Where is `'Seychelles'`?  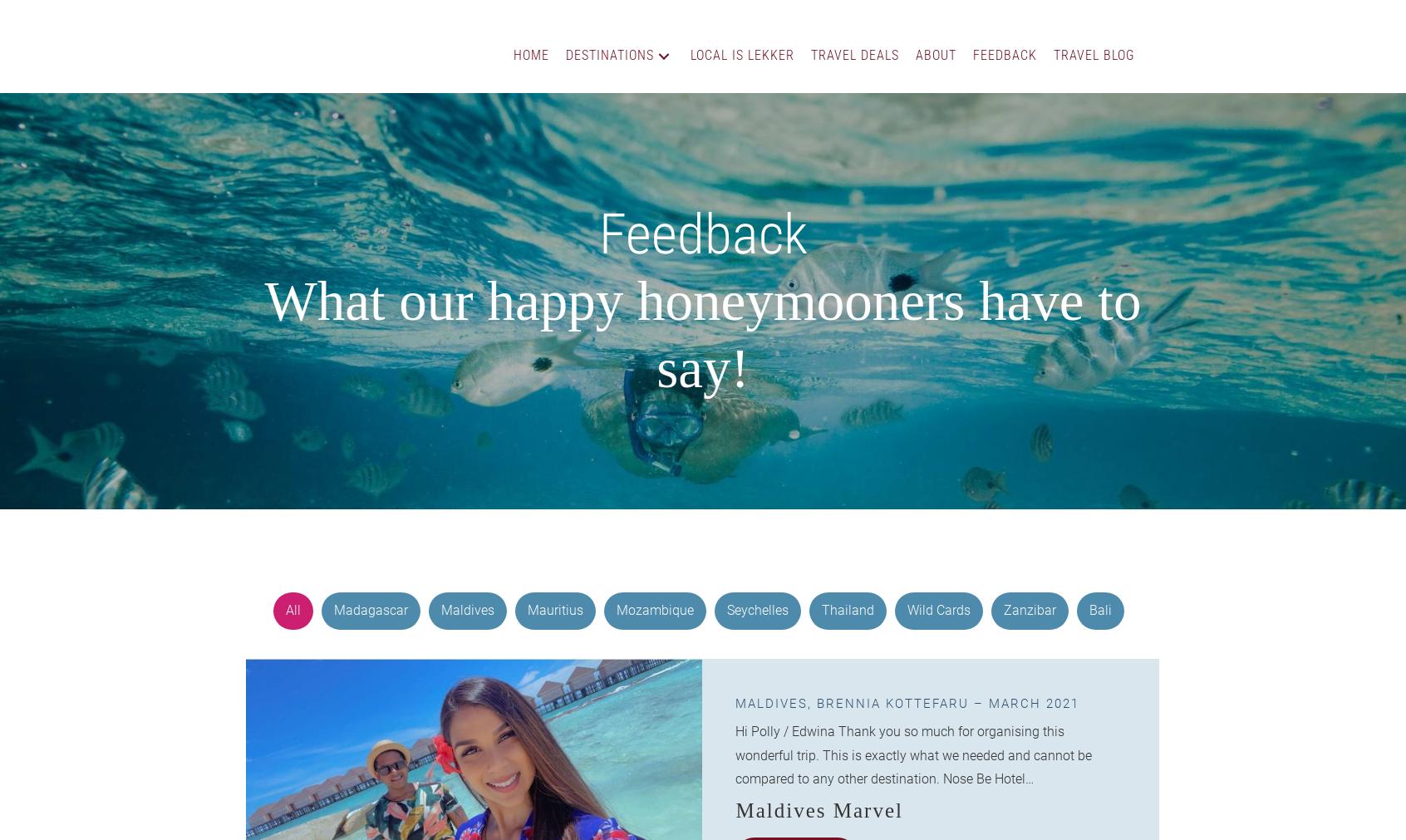
'Seychelles' is located at coordinates (756, 609).